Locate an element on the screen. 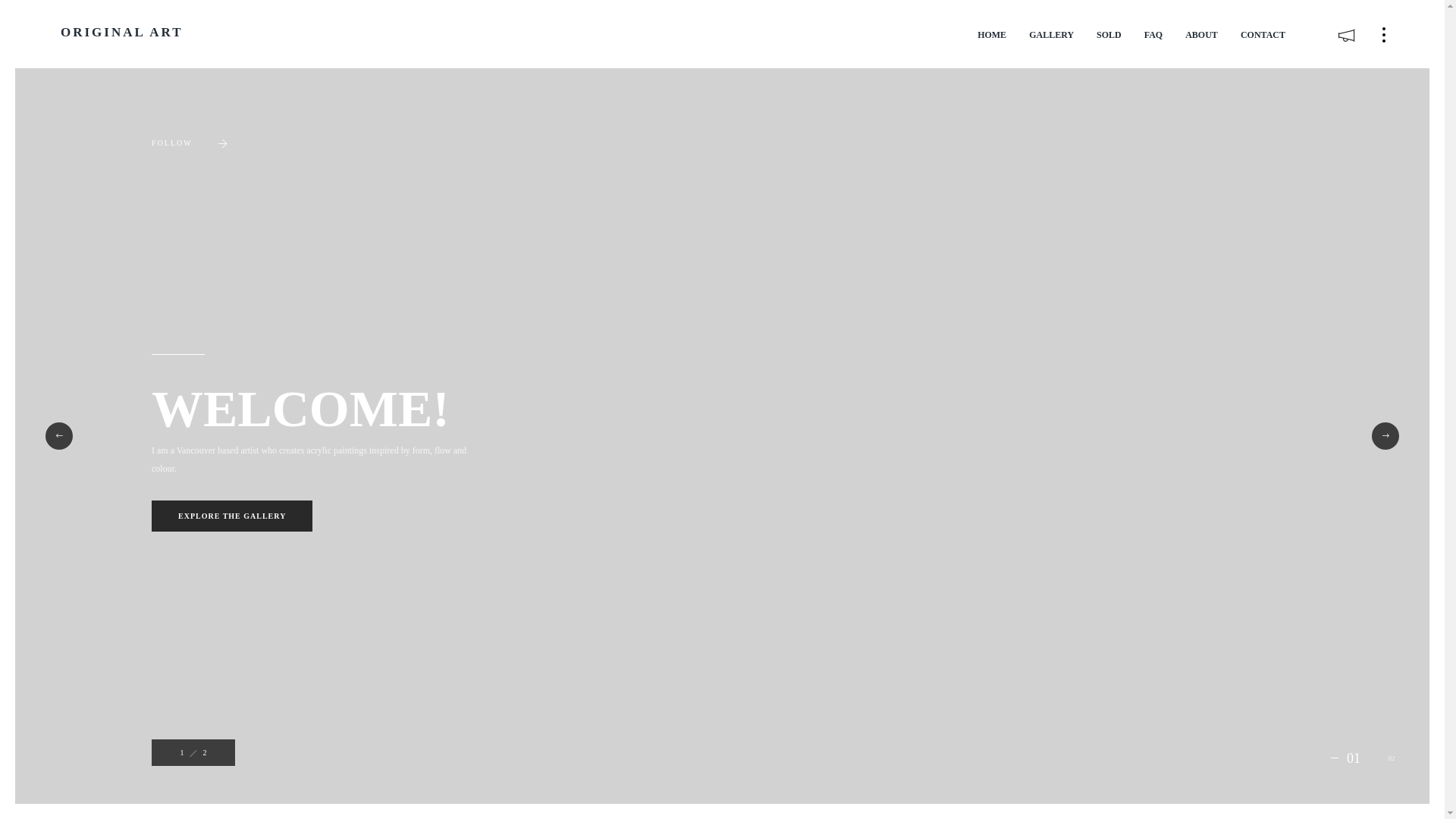  'GALLERY' is located at coordinates (1050, 34).